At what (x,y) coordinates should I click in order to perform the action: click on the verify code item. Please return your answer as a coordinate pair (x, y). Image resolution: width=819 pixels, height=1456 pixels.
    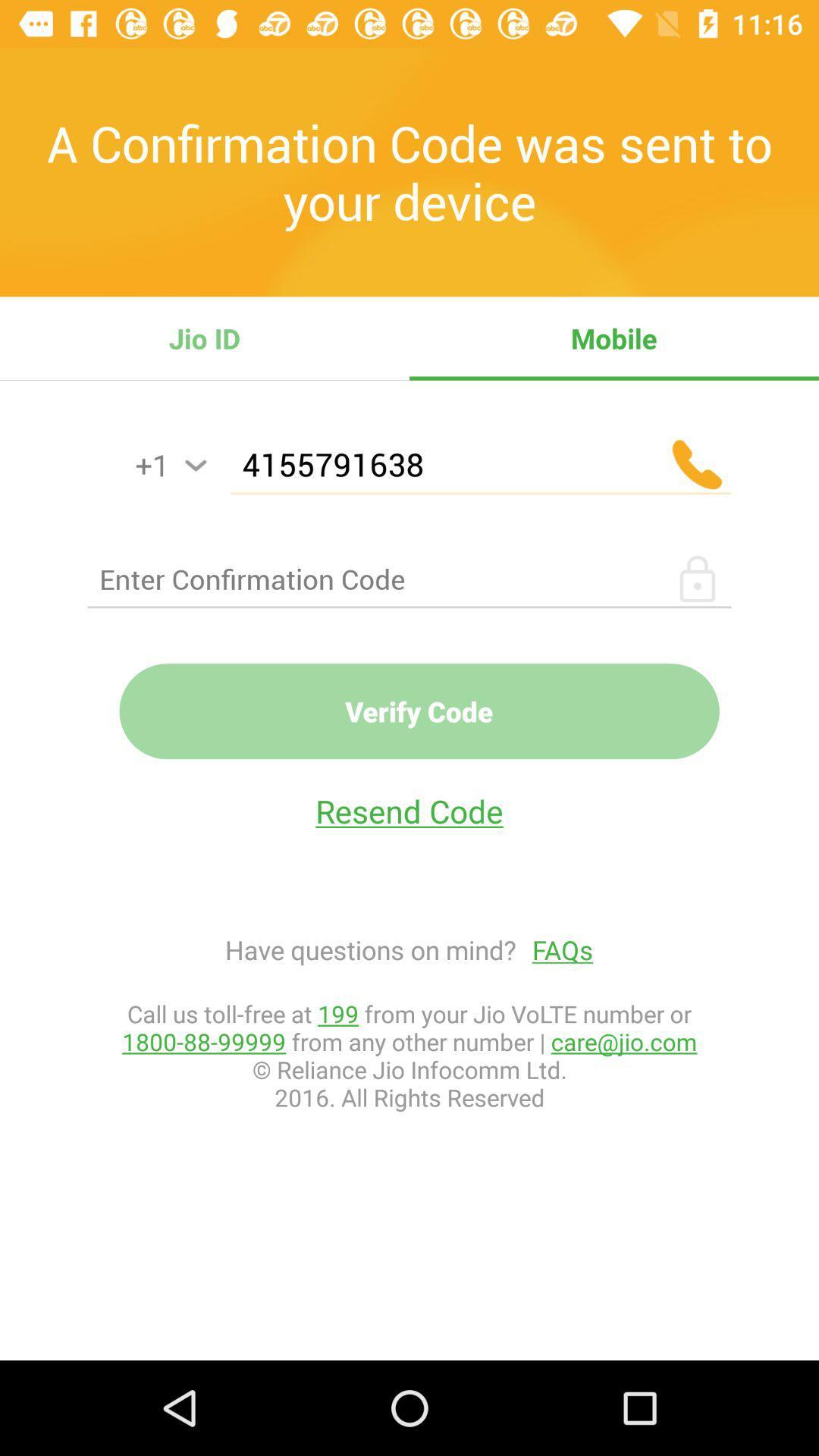
    Looking at the image, I should click on (419, 711).